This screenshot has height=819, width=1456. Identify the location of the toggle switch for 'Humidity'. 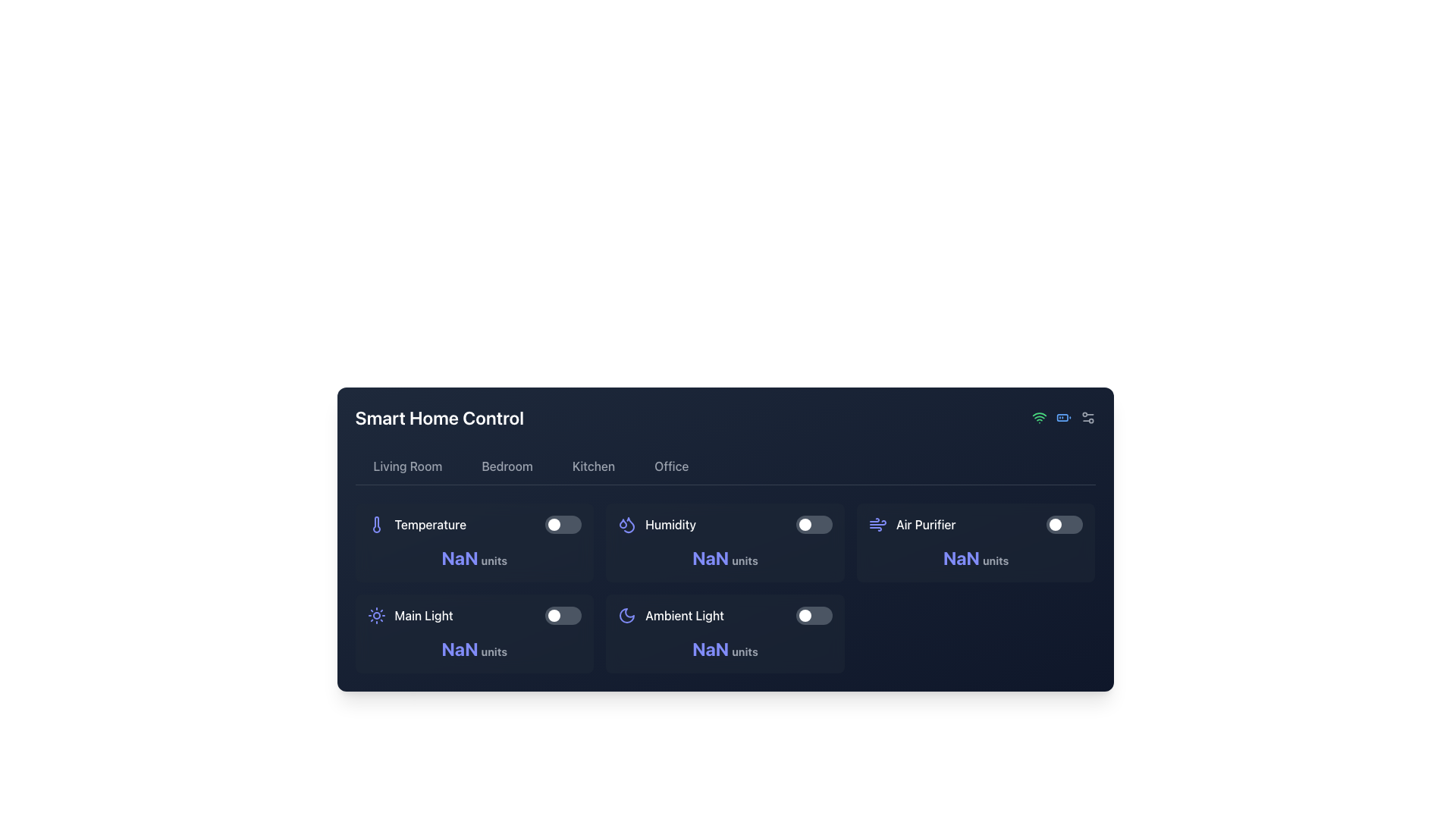
(813, 523).